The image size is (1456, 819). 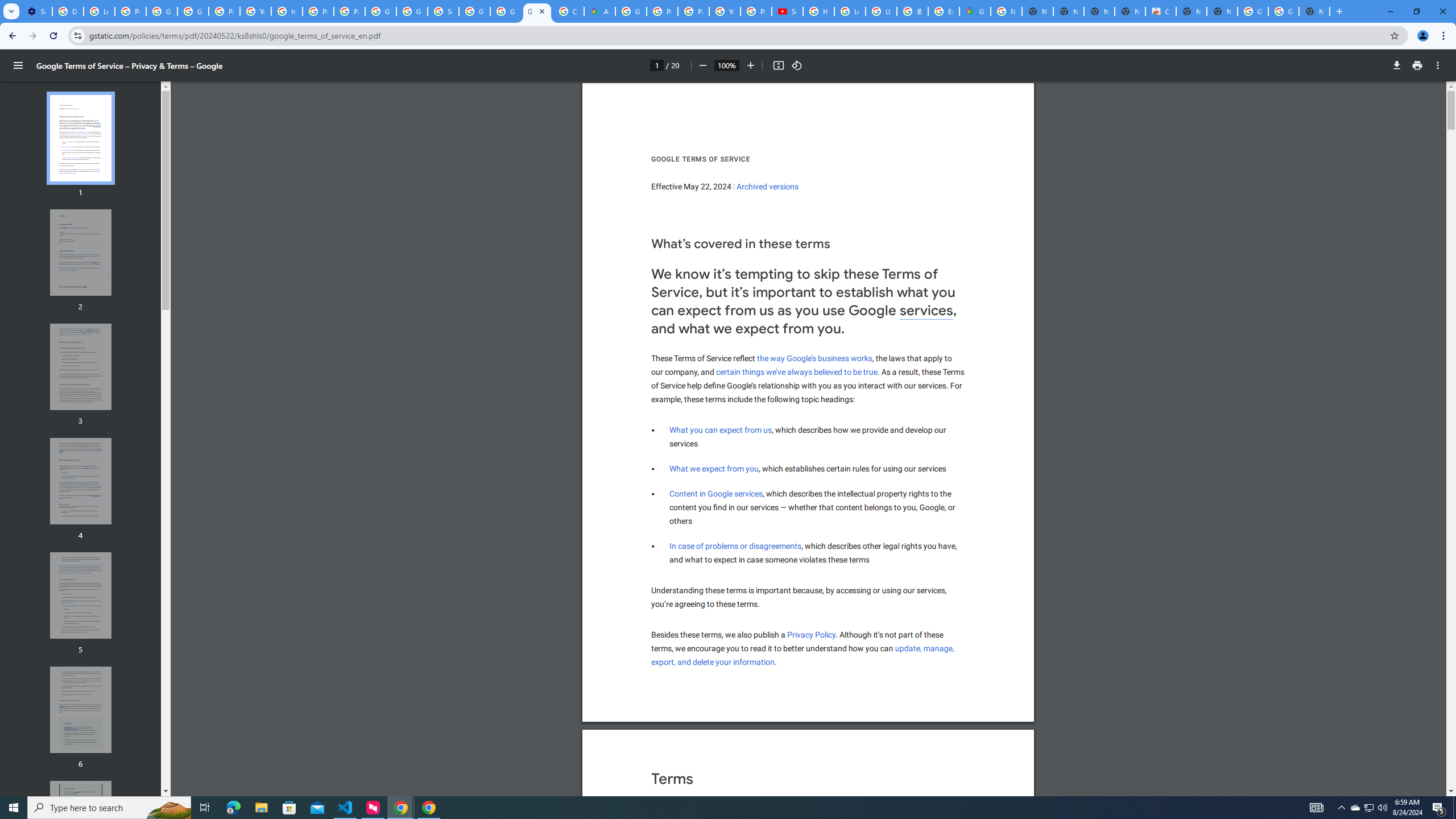 What do you see at coordinates (926, 311) in the screenshot?
I see `'services'` at bounding box center [926, 311].